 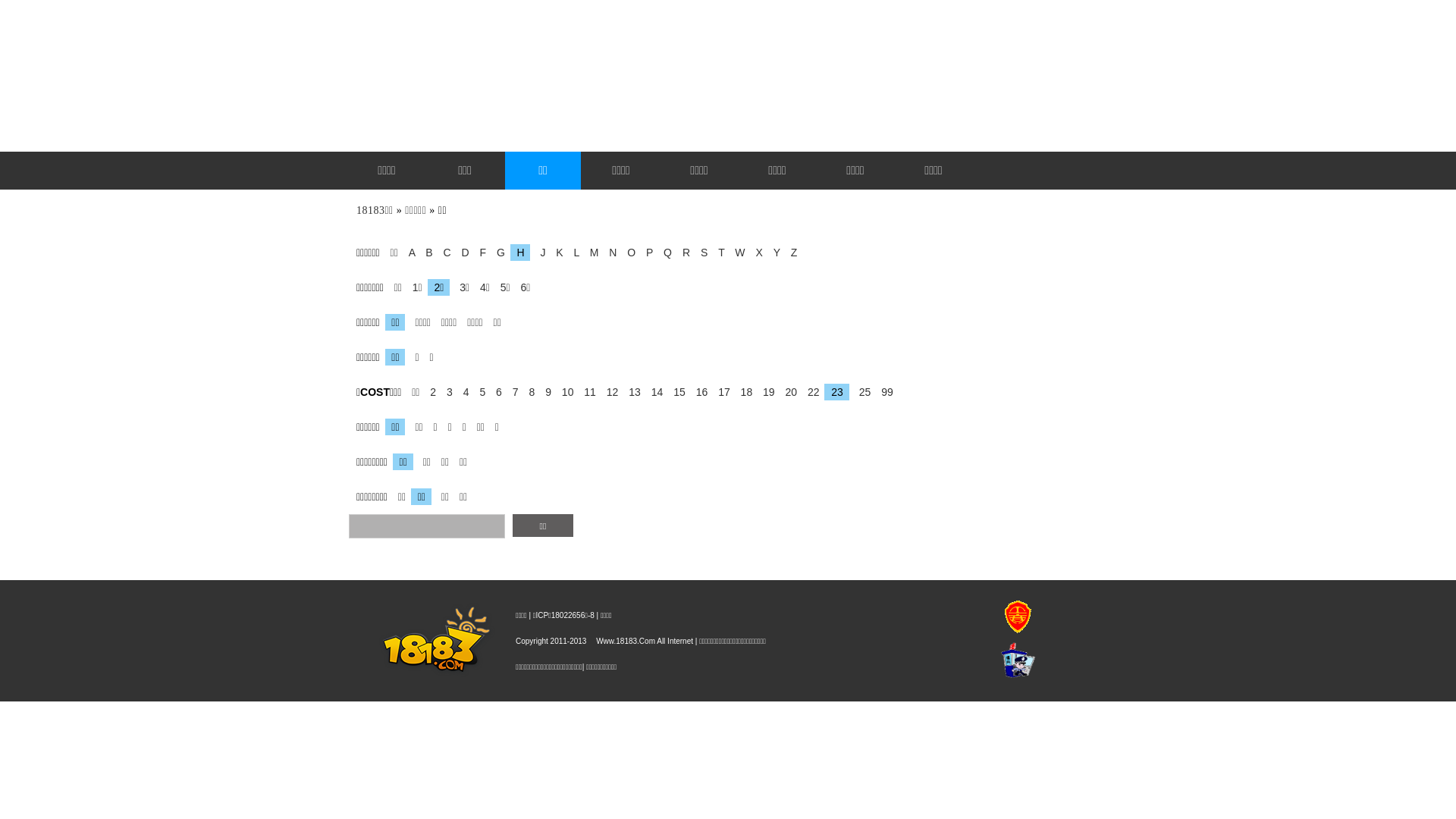 What do you see at coordinates (497, 251) in the screenshot?
I see `'G'` at bounding box center [497, 251].